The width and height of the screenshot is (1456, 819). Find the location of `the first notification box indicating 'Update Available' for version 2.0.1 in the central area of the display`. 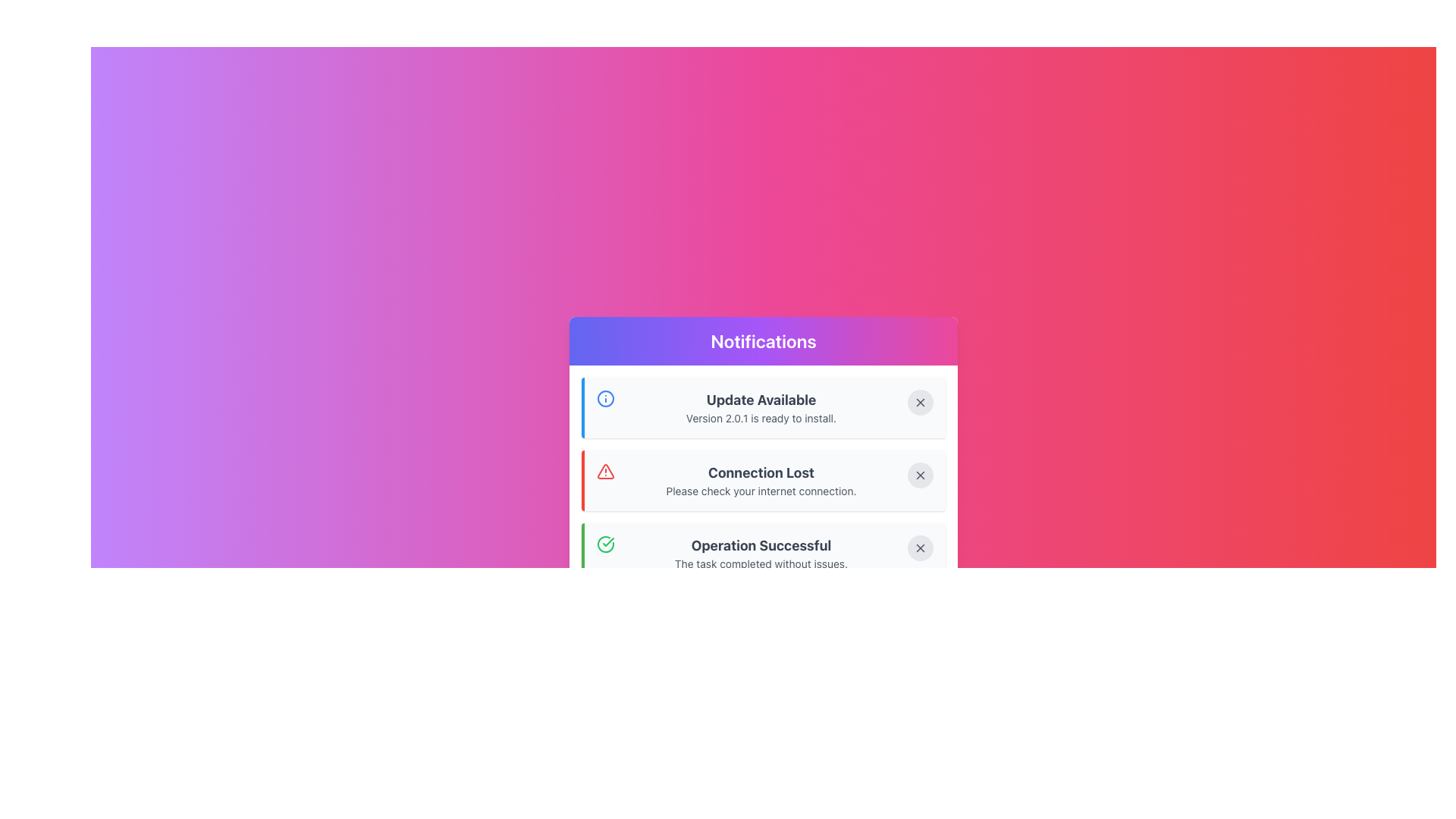

the first notification box indicating 'Update Available' for version 2.0.1 in the central area of the display is located at coordinates (764, 406).